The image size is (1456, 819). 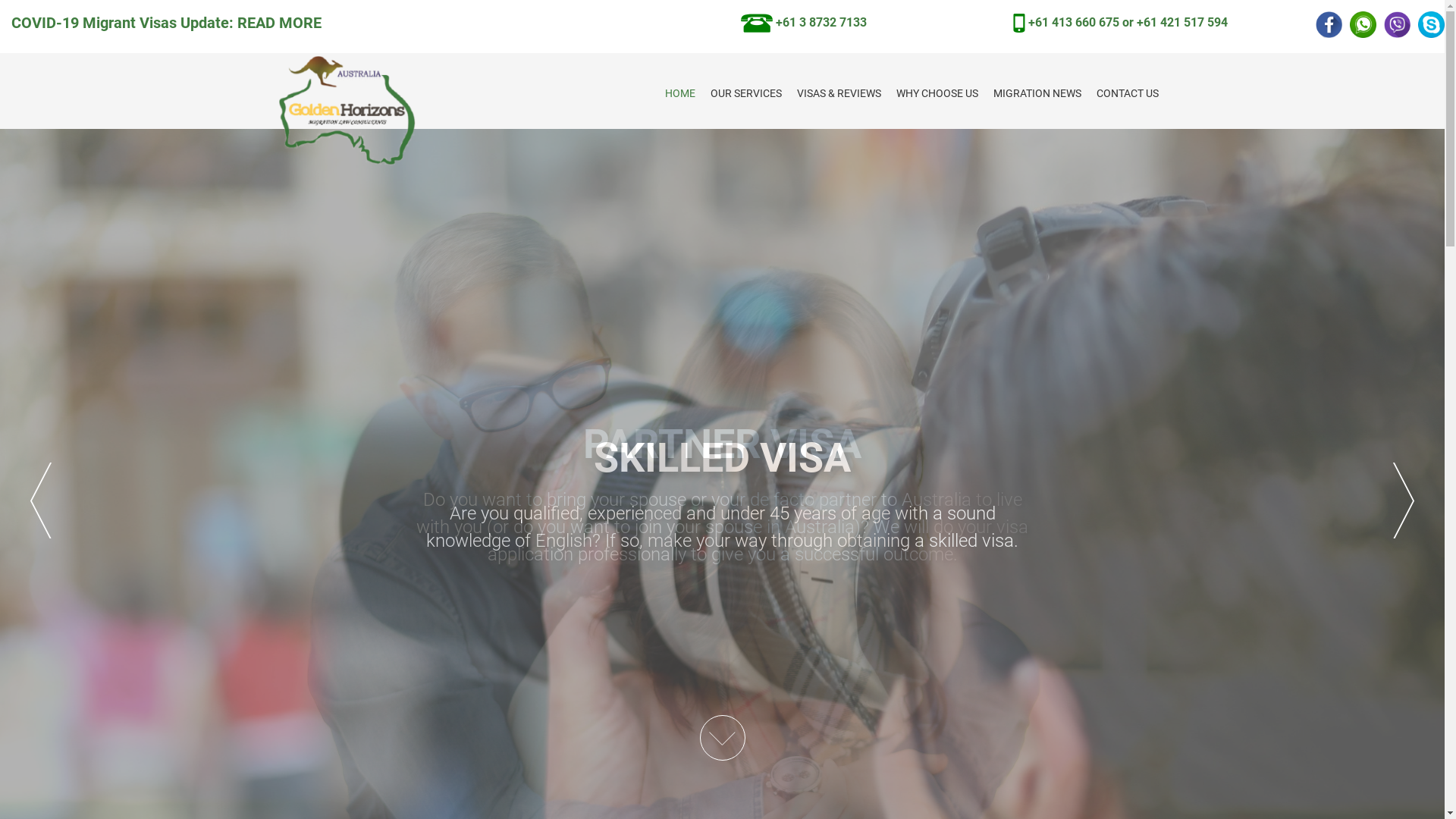 What do you see at coordinates (1073, 22) in the screenshot?
I see `'+61 413 660 675'` at bounding box center [1073, 22].